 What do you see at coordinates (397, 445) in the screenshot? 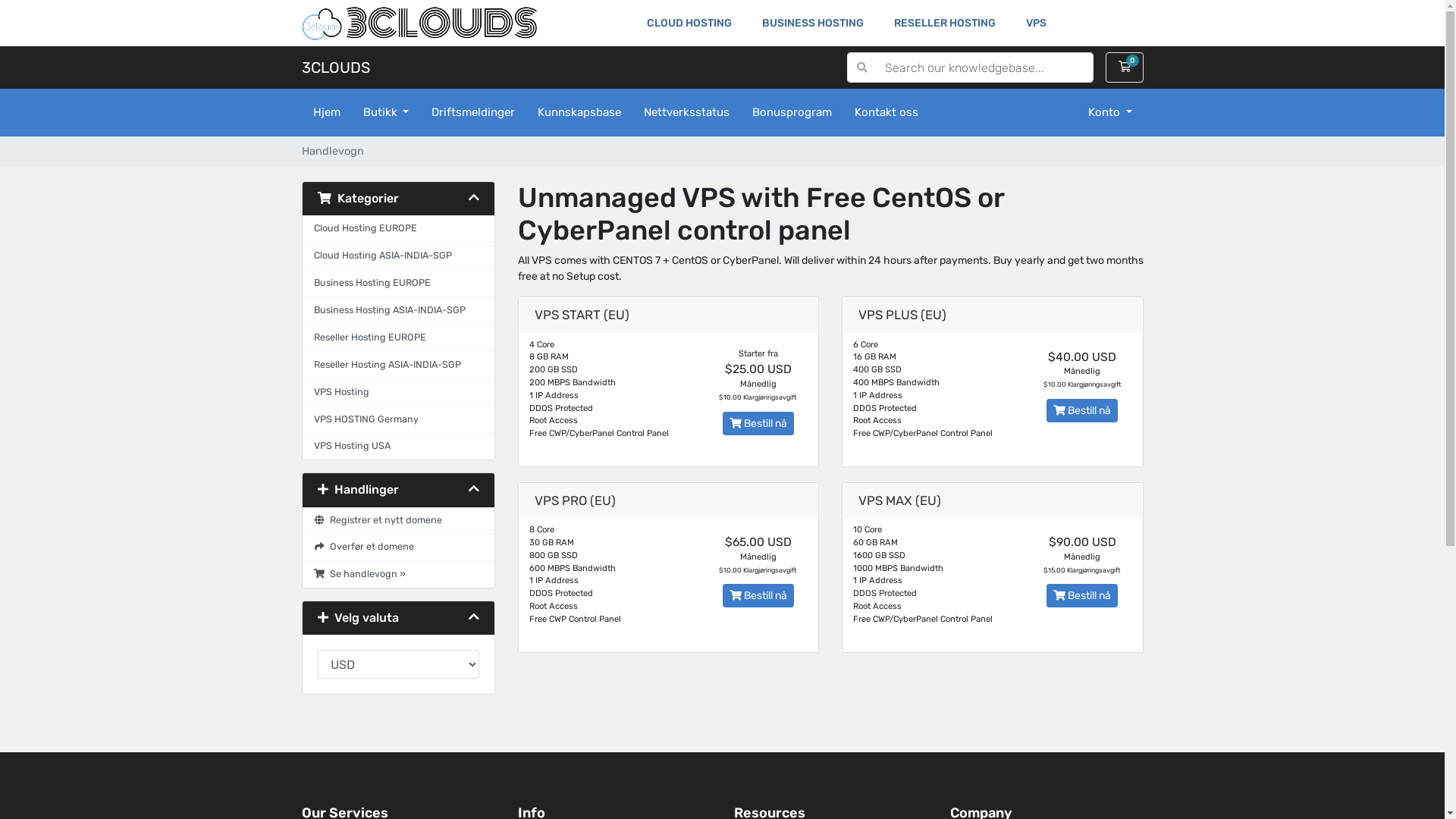
I see `'VPS Hosting USA'` at bounding box center [397, 445].